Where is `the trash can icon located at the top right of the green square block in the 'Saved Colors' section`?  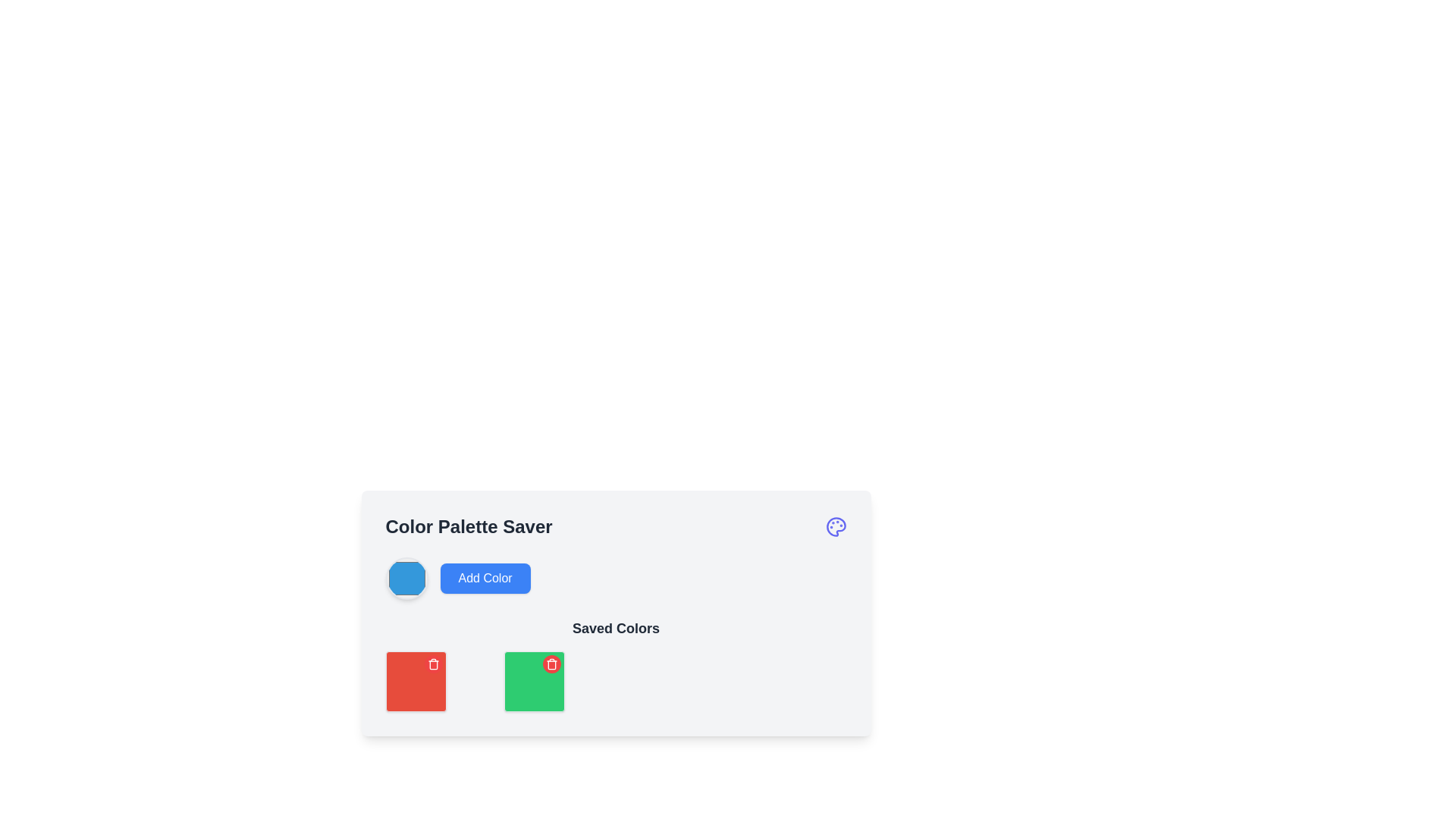 the trash can icon located at the top right of the green square block in the 'Saved Colors' section is located at coordinates (432, 663).